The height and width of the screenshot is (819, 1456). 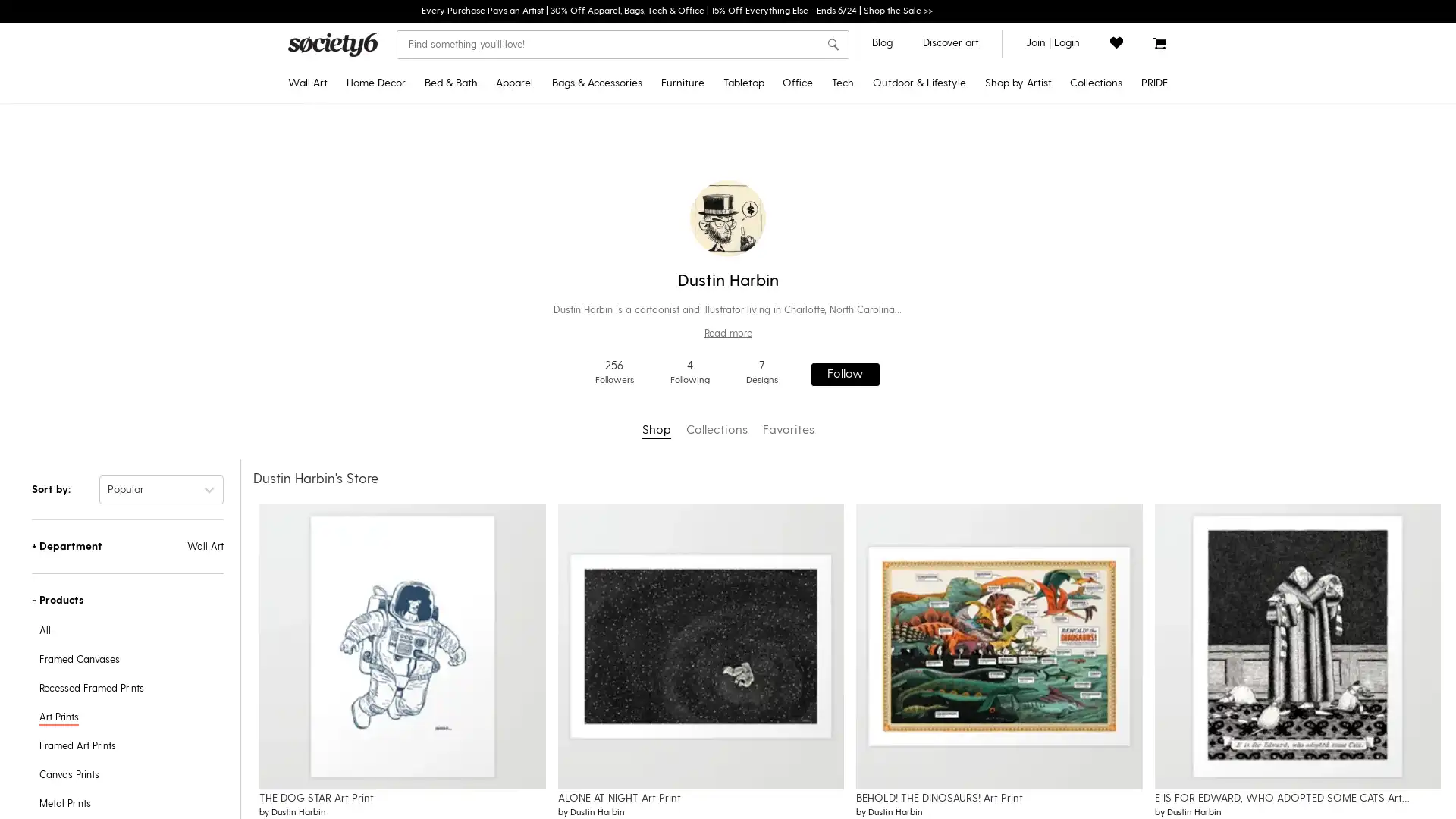 I want to click on Outdoor & Lifestyle, so click(x=918, y=83).